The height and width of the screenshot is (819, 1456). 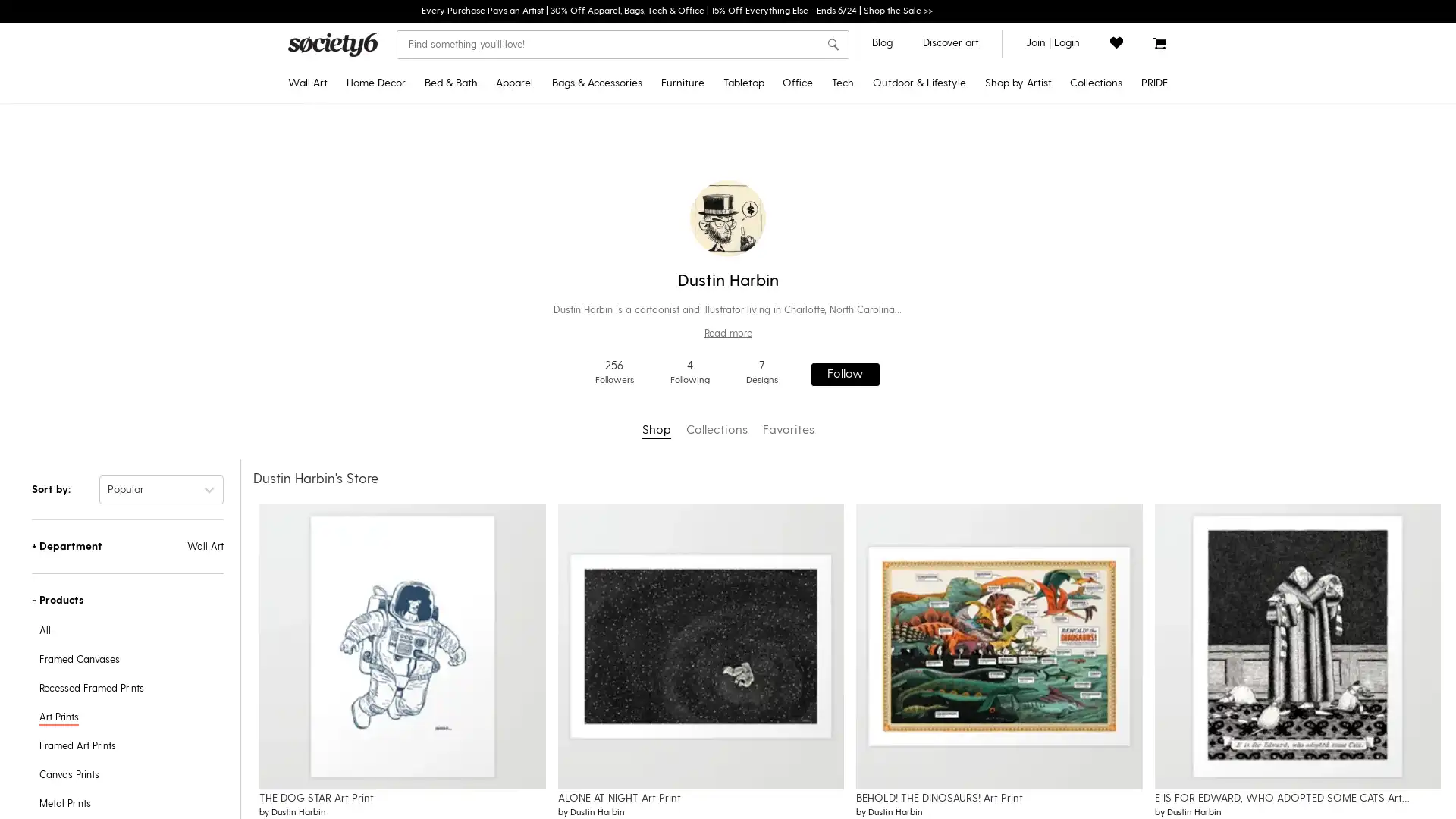 I want to click on Outdoor & Lifestyle, so click(x=918, y=83).